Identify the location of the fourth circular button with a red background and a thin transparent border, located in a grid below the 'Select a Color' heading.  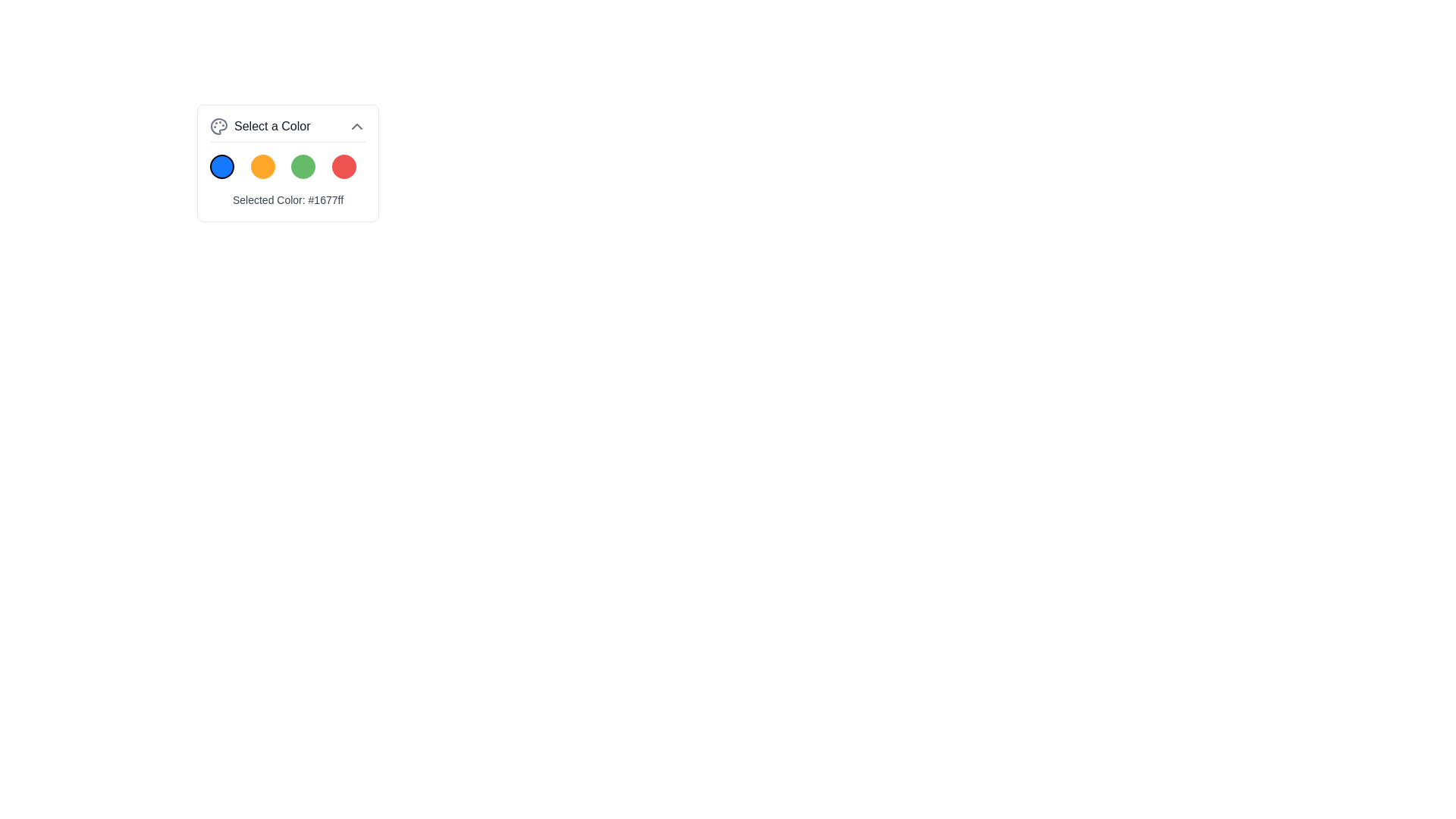
(343, 166).